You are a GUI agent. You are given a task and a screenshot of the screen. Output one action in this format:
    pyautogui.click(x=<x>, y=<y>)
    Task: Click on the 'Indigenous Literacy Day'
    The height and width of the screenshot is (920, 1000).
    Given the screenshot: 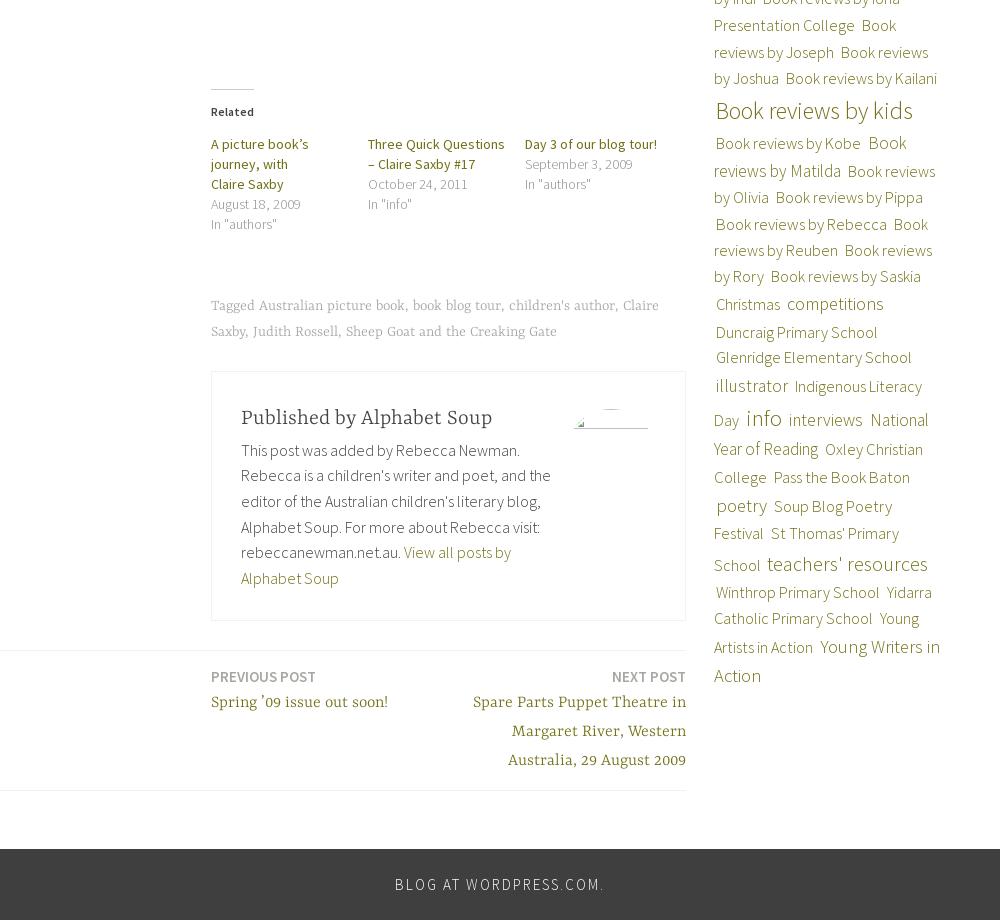 What is the action you would take?
    pyautogui.click(x=816, y=401)
    